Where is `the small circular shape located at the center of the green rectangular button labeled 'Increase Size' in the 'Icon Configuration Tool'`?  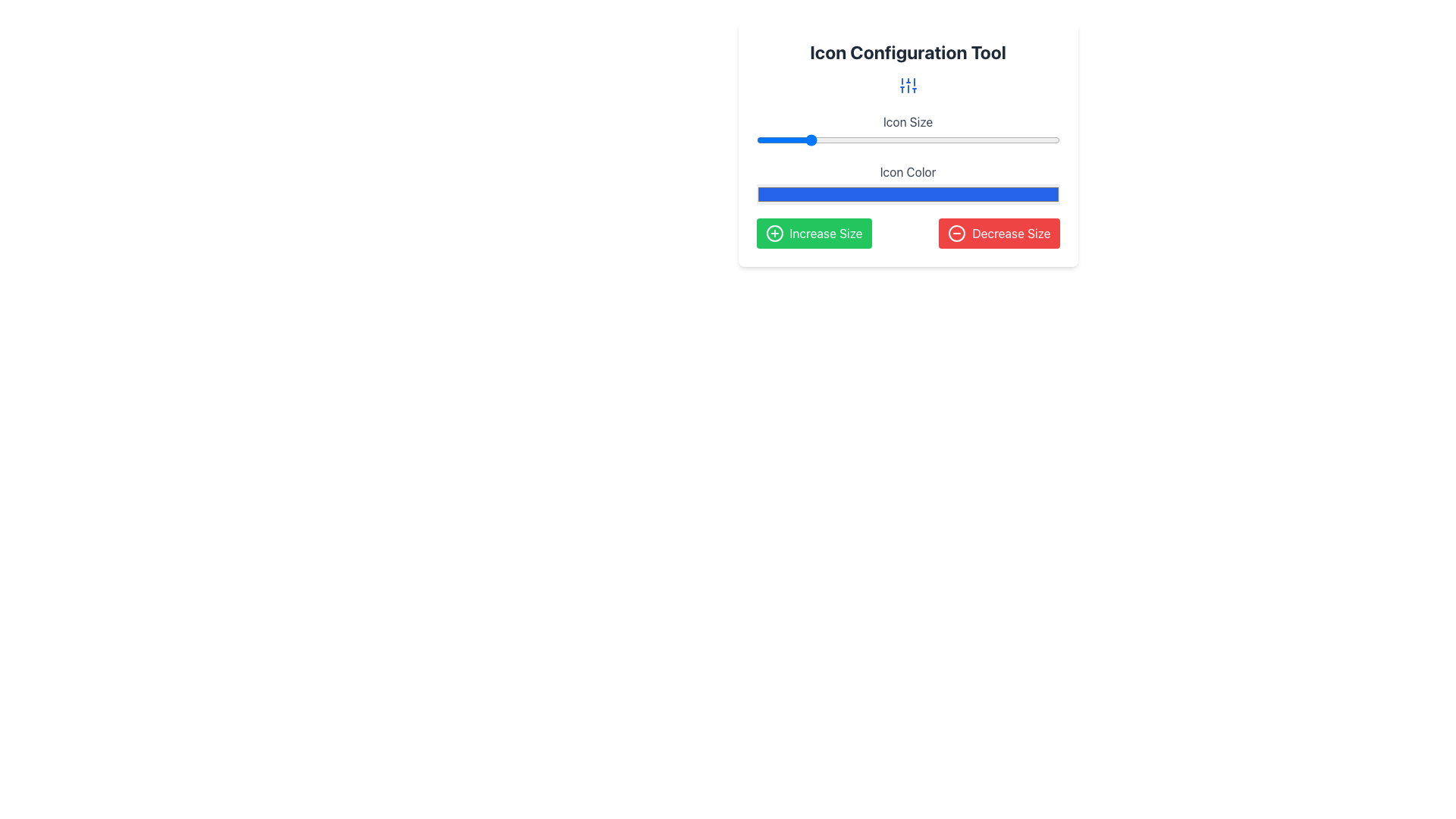 the small circular shape located at the center of the green rectangular button labeled 'Increase Size' in the 'Icon Configuration Tool' is located at coordinates (774, 234).